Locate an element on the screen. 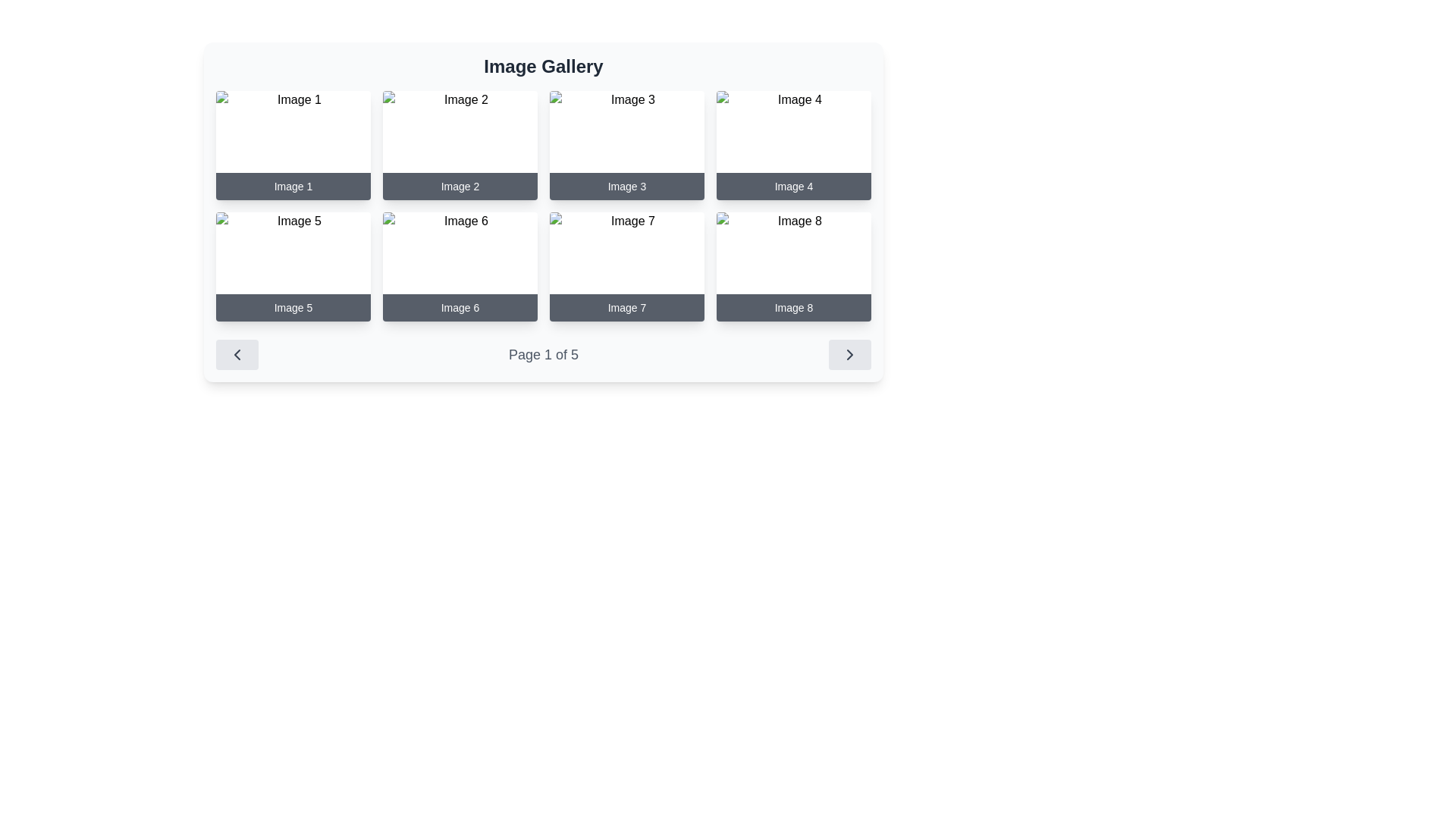 The width and height of the screenshot is (1456, 819). the black, left-pointing chevron arrow icon located in the bottom-left corner of the interface is located at coordinates (236, 354).